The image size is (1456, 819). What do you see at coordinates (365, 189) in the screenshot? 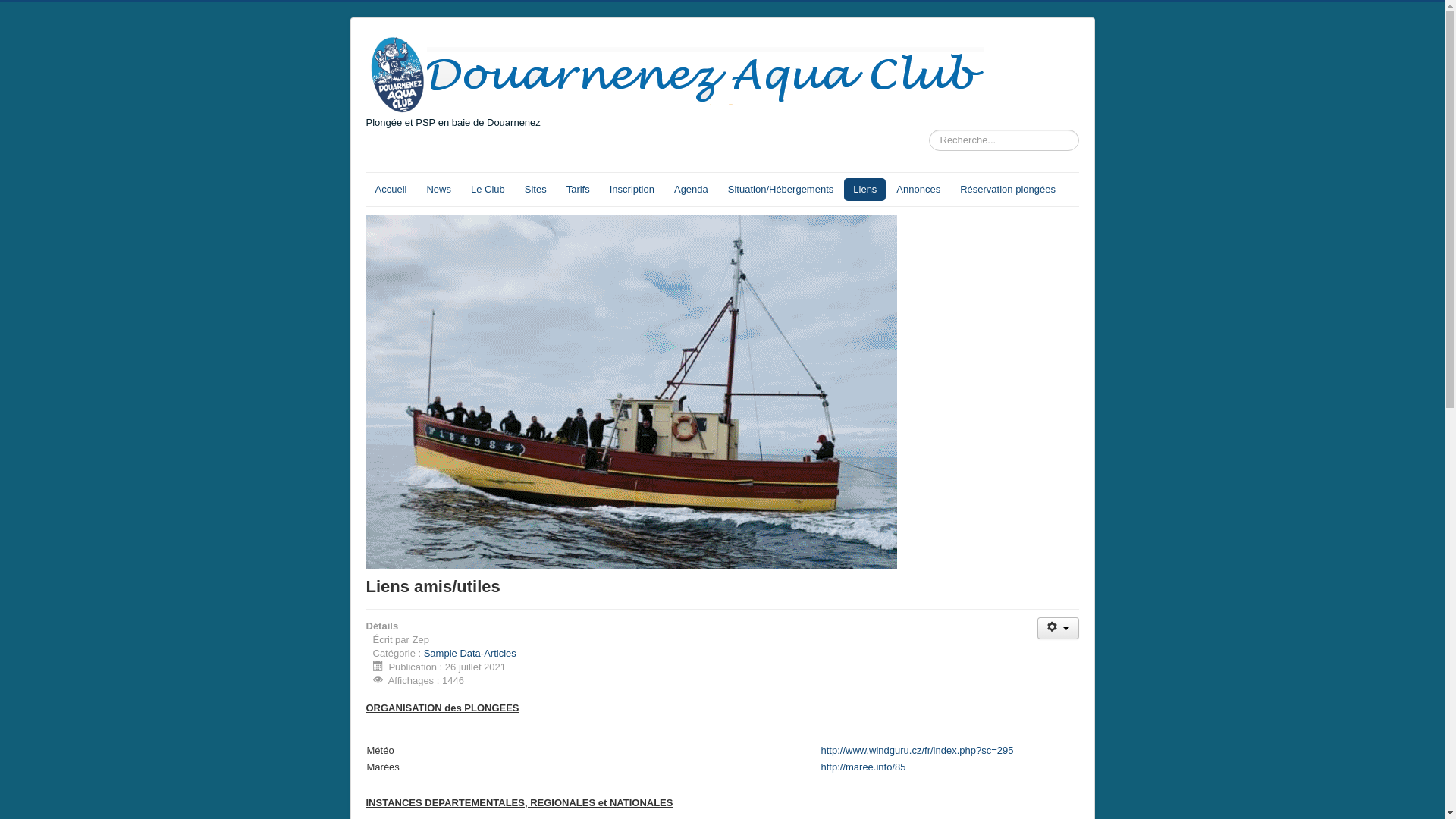
I see `'Accueil'` at bounding box center [365, 189].